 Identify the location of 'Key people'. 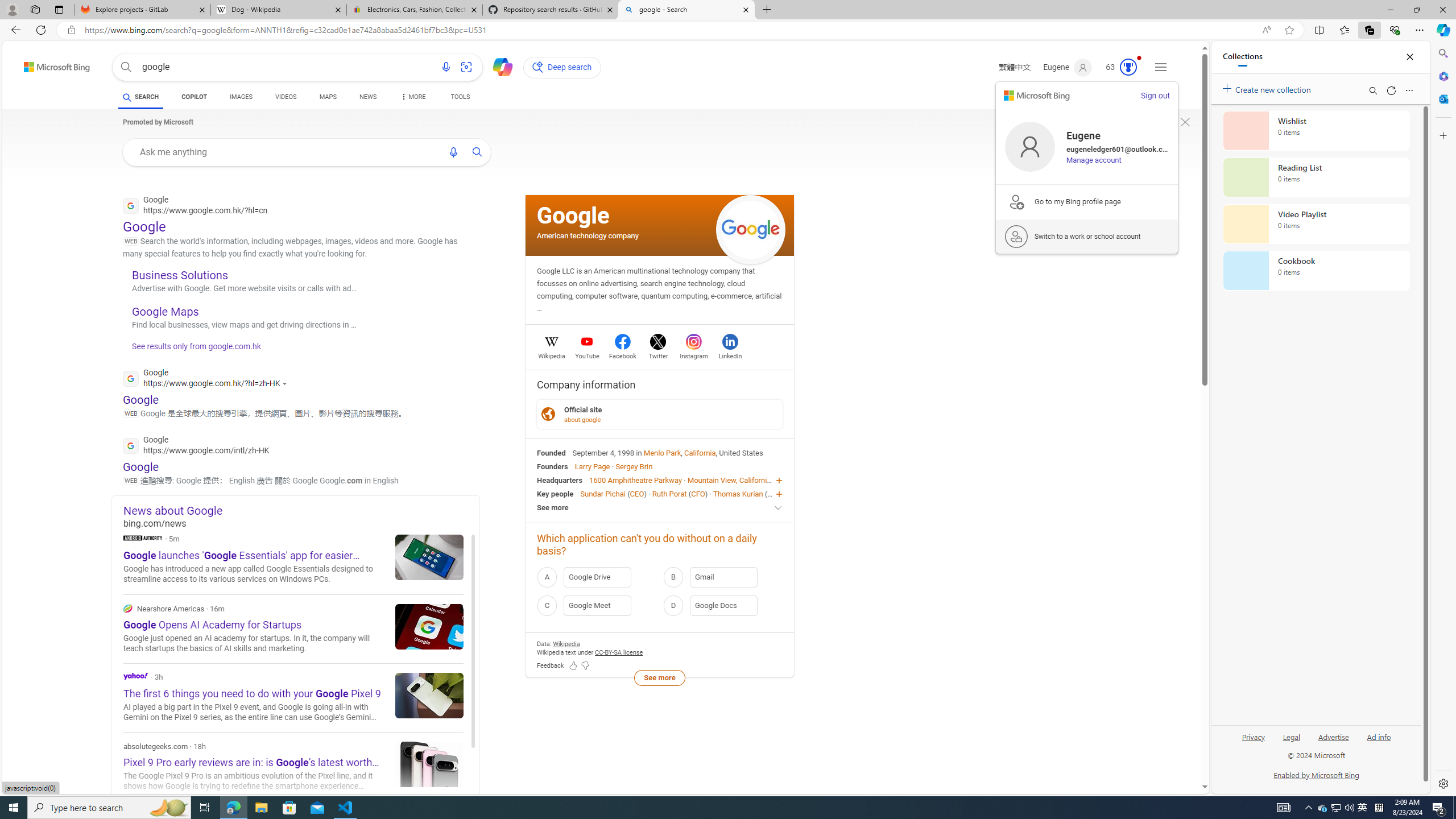
(555, 493).